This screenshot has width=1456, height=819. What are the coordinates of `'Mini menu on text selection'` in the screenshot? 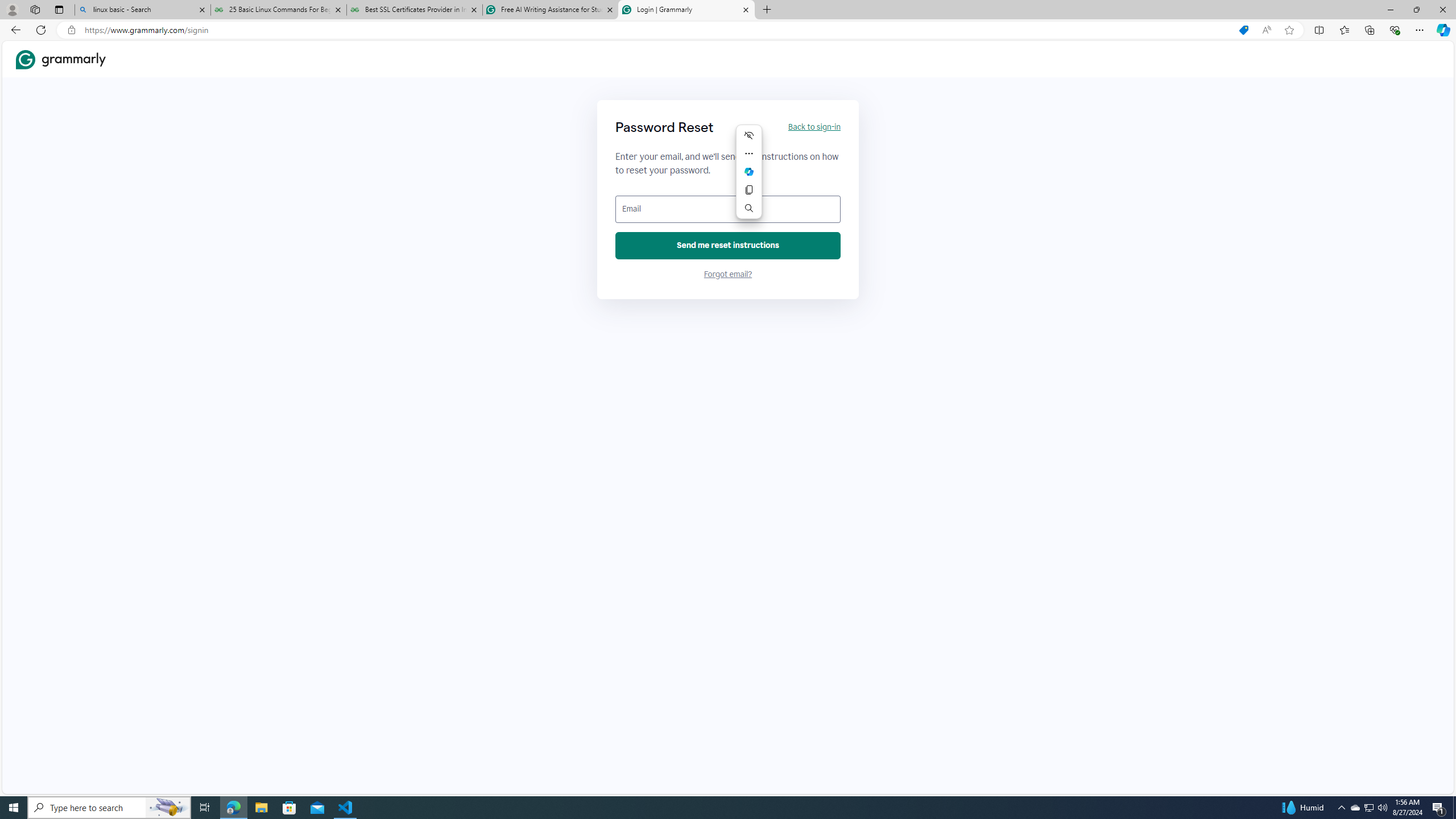 It's located at (748, 178).